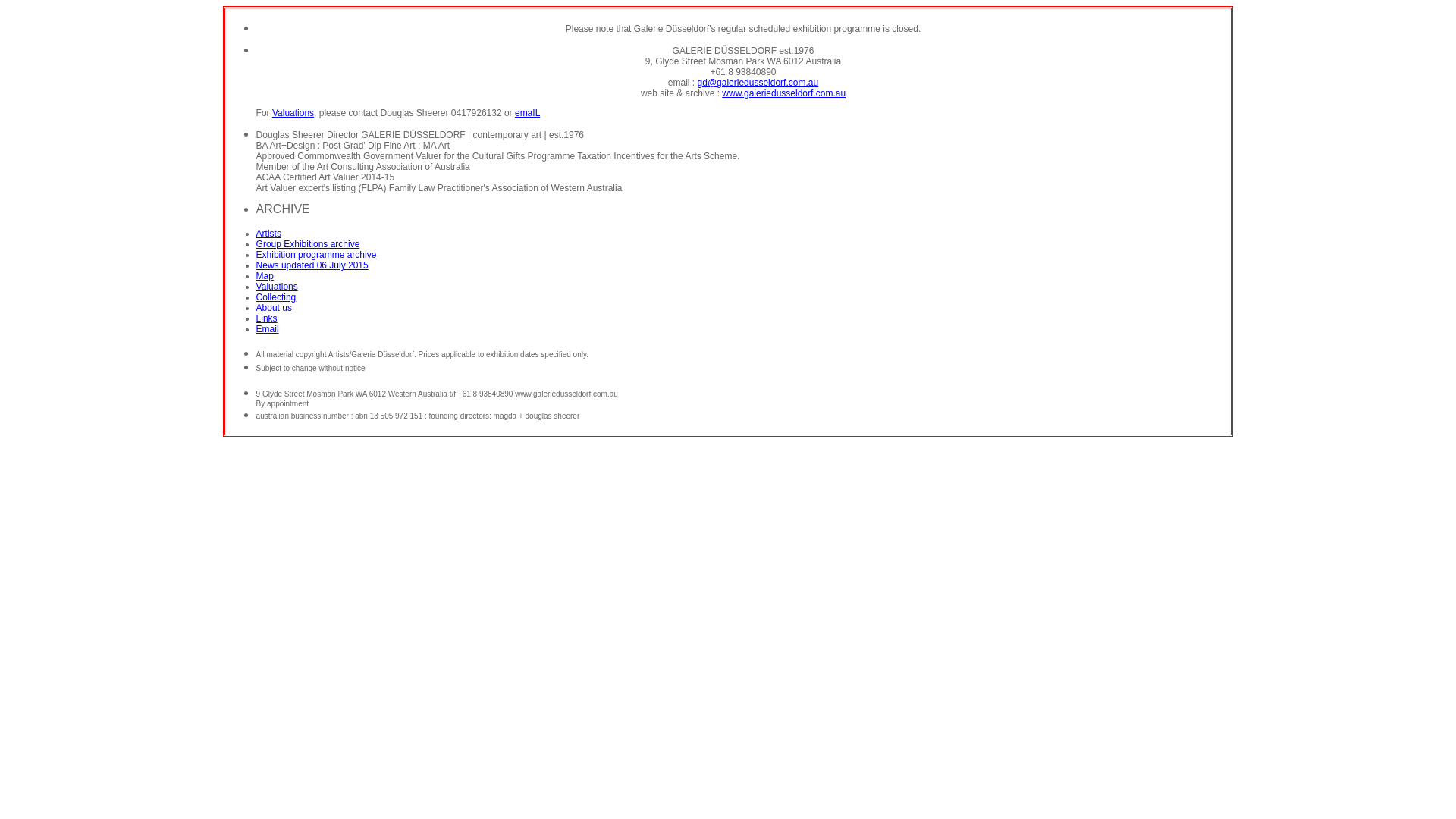 The height and width of the screenshot is (819, 1456). What do you see at coordinates (265, 275) in the screenshot?
I see `'Map'` at bounding box center [265, 275].